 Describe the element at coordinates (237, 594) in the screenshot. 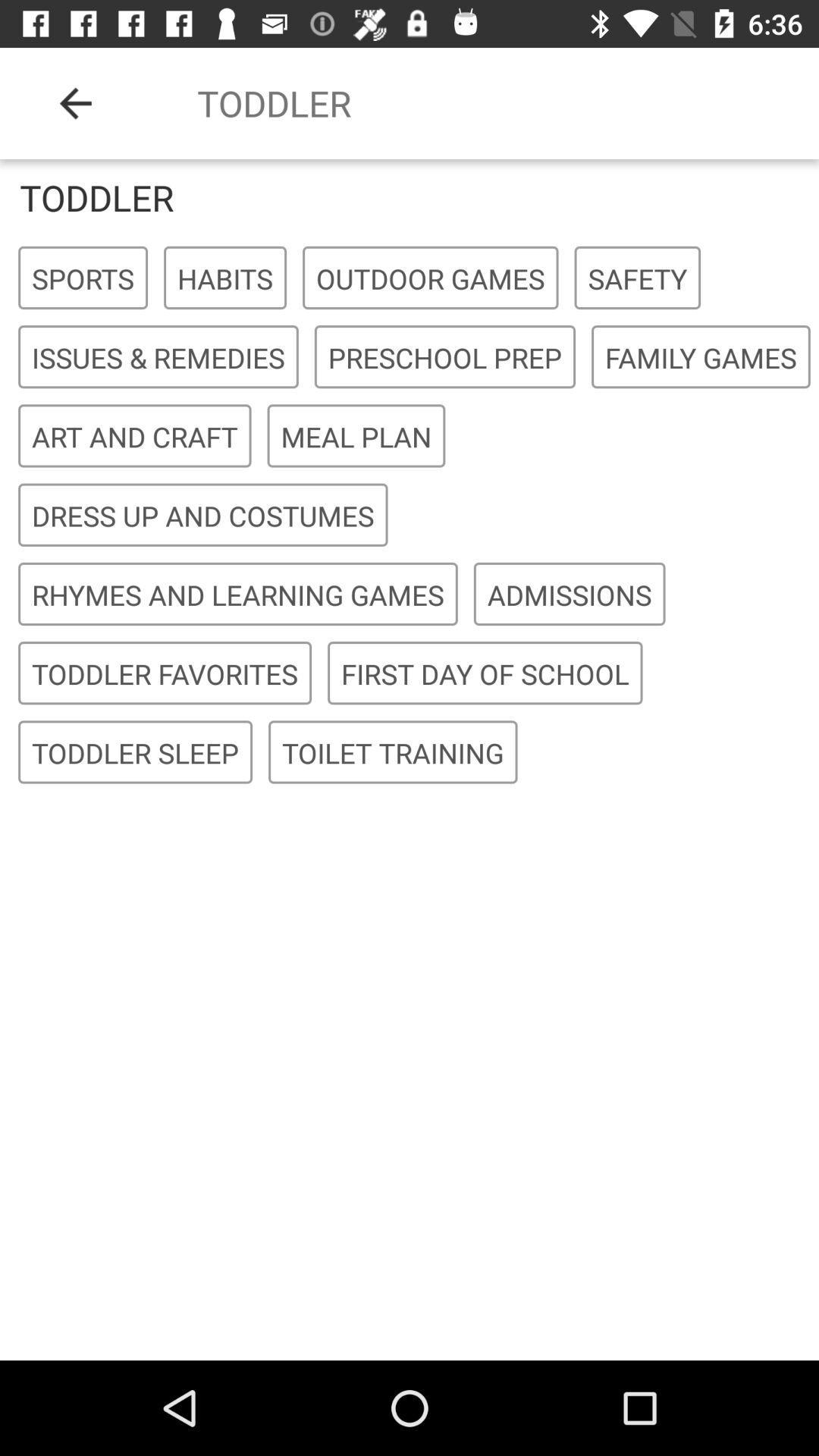

I see `icon to the left of the admissions` at that location.